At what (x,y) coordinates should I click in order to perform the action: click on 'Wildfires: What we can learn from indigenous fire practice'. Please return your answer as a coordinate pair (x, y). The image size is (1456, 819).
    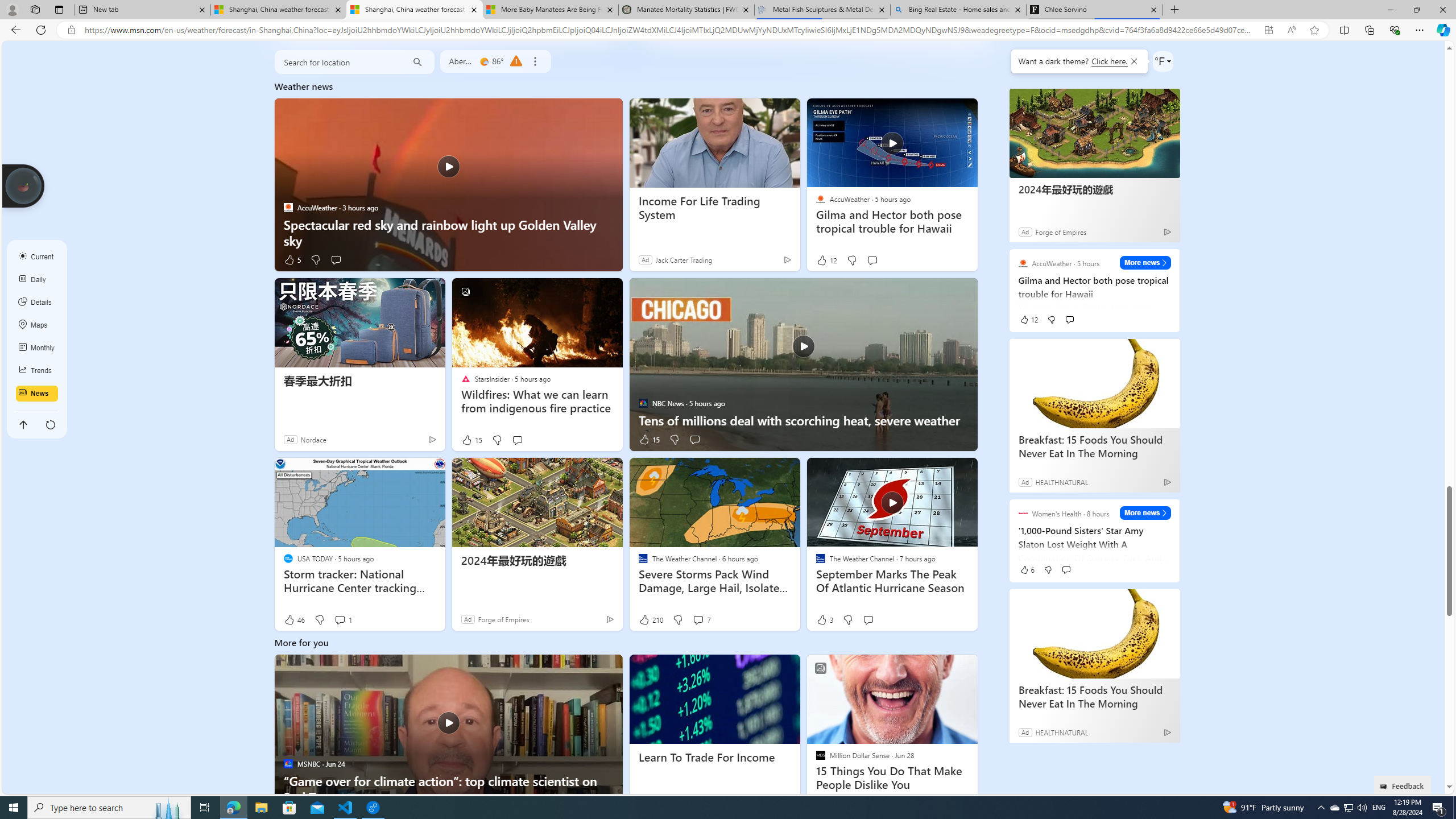
    Looking at the image, I should click on (536, 401).